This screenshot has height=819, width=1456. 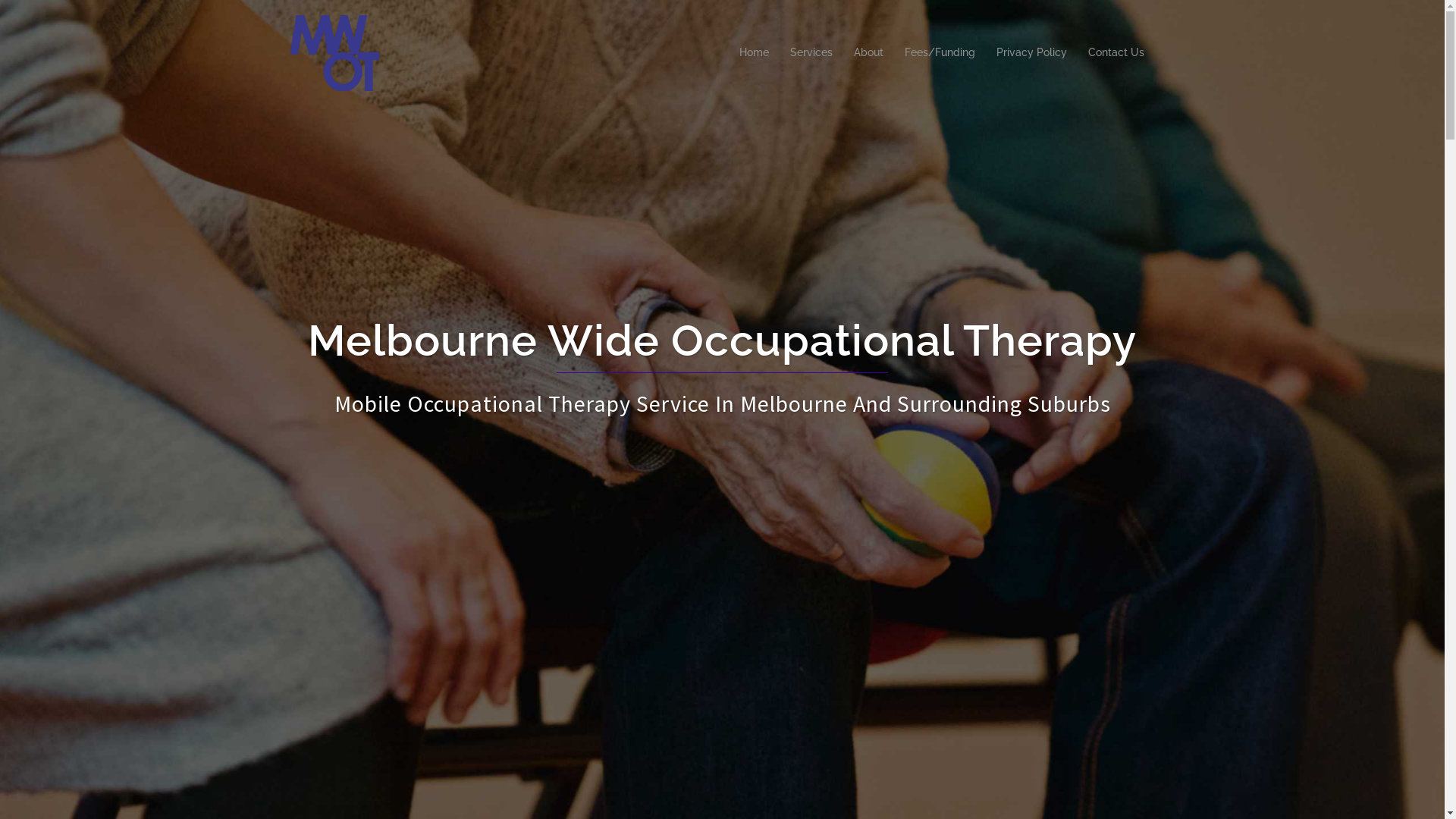 What do you see at coordinates (1031, 52) in the screenshot?
I see `'Privacy Policy'` at bounding box center [1031, 52].